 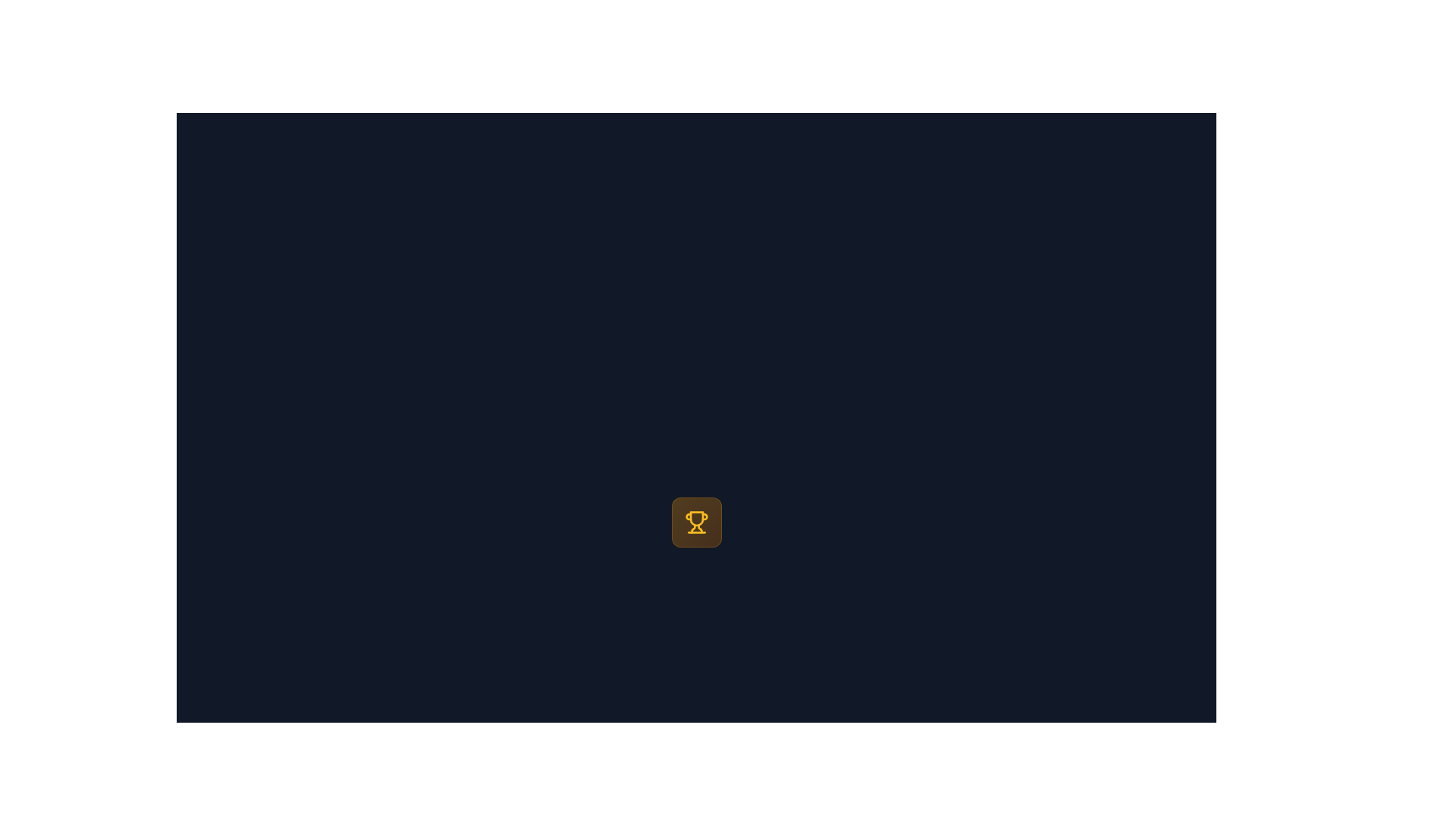 What do you see at coordinates (695, 522) in the screenshot?
I see `the central achievement icon, which serves as a decorative representation of rewards or victories in the UI` at bounding box center [695, 522].